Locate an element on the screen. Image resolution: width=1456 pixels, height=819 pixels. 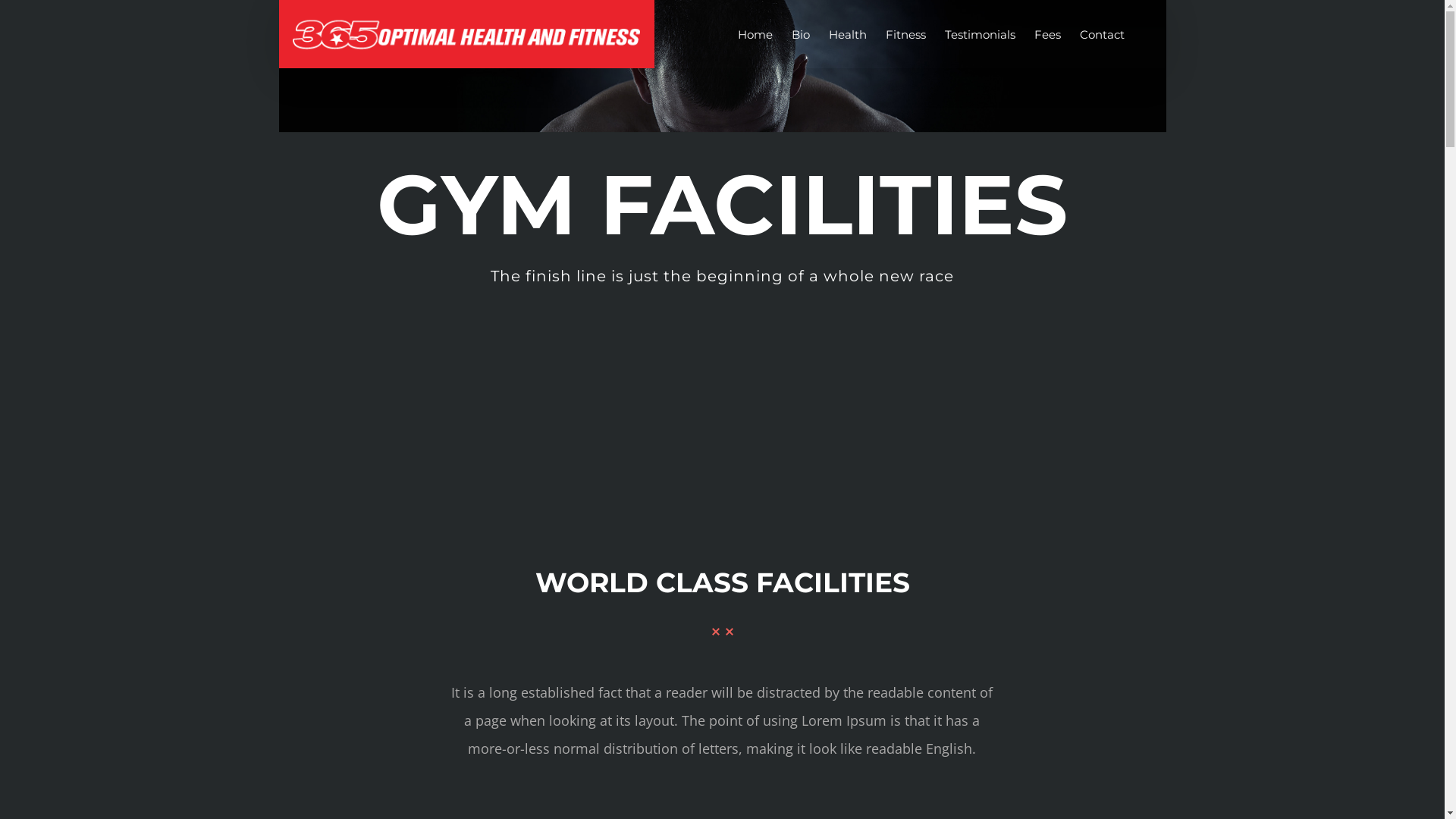
'Bio' is located at coordinates (800, 34).